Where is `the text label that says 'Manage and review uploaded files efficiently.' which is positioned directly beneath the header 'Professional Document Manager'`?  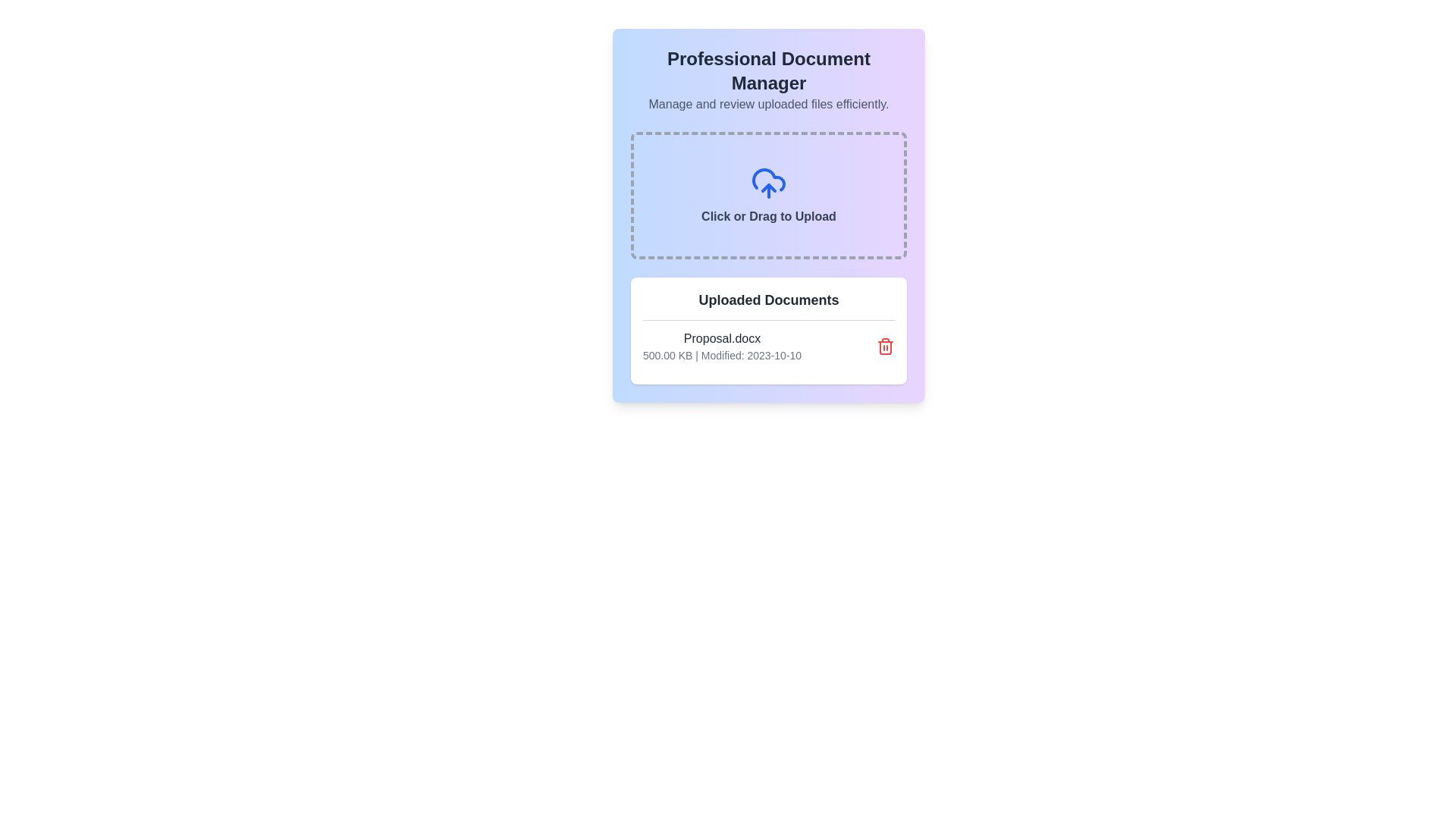
the text label that says 'Manage and review uploaded files efficiently.' which is positioned directly beneath the header 'Professional Document Manager' is located at coordinates (768, 104).